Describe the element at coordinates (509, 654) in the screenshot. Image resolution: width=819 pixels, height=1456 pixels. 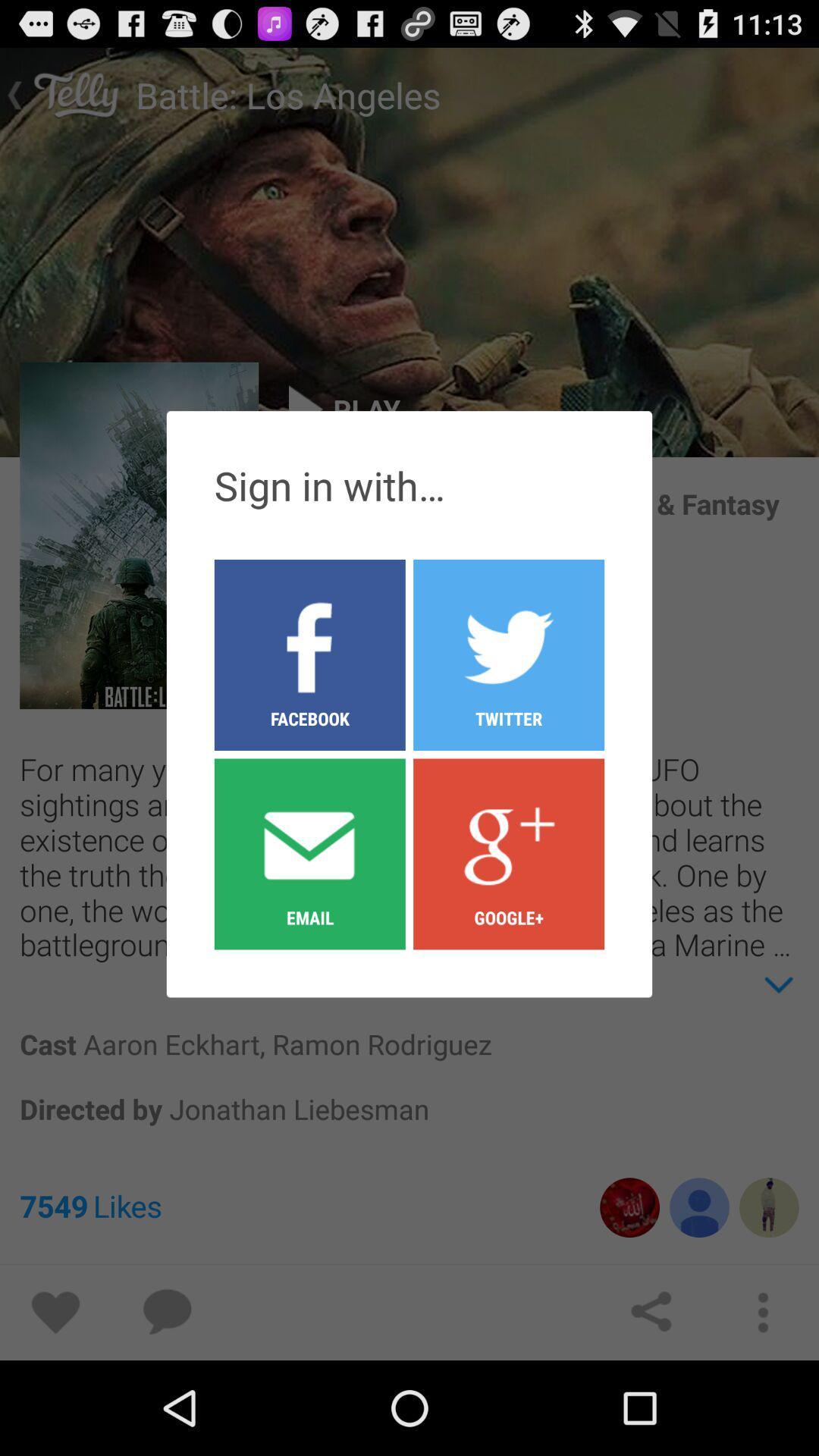
I see `the twitter button` at that location.